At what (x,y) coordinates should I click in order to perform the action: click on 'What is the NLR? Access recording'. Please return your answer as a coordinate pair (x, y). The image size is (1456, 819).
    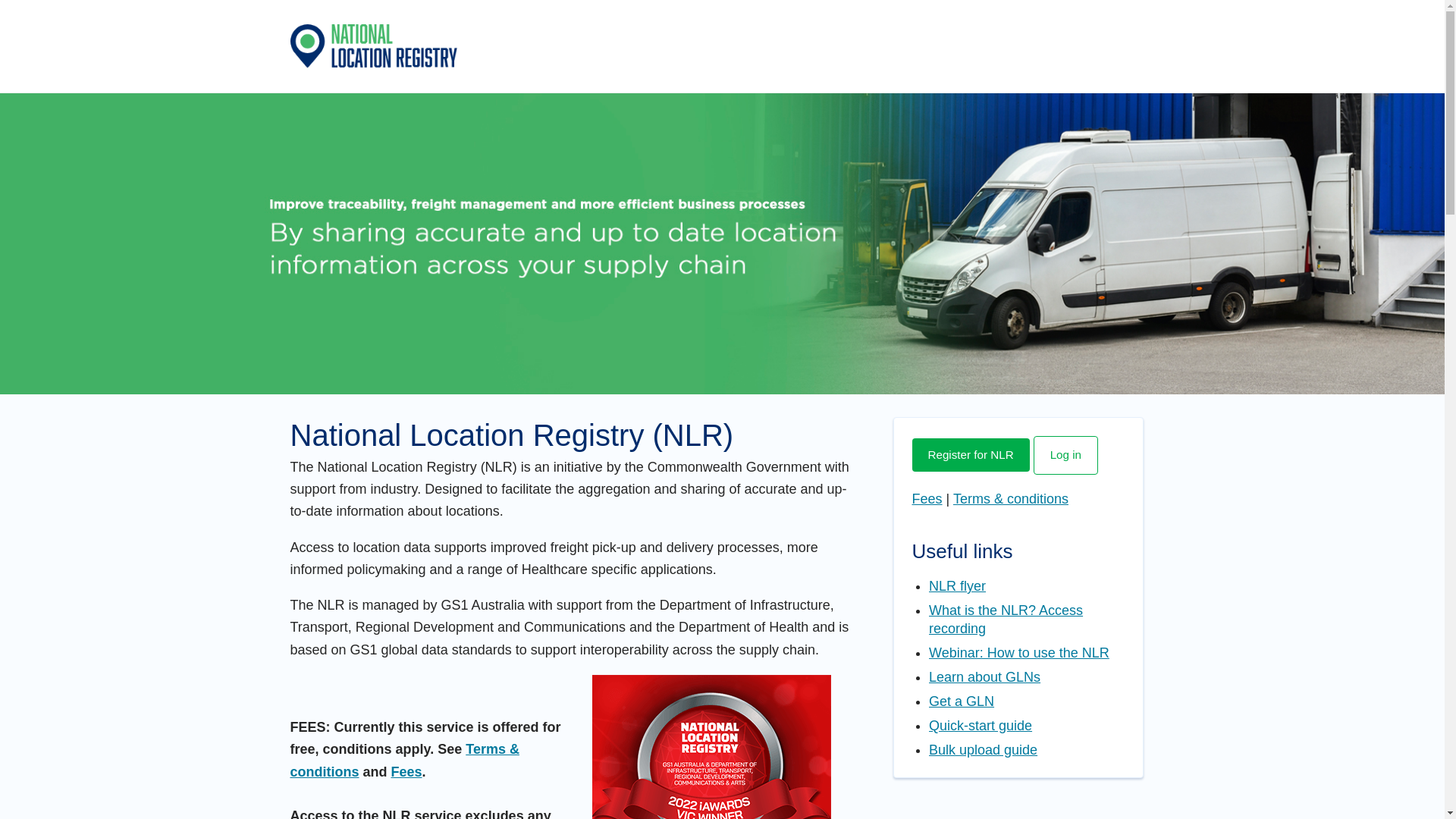
    Looking at the image, I should click on (1006, 620).